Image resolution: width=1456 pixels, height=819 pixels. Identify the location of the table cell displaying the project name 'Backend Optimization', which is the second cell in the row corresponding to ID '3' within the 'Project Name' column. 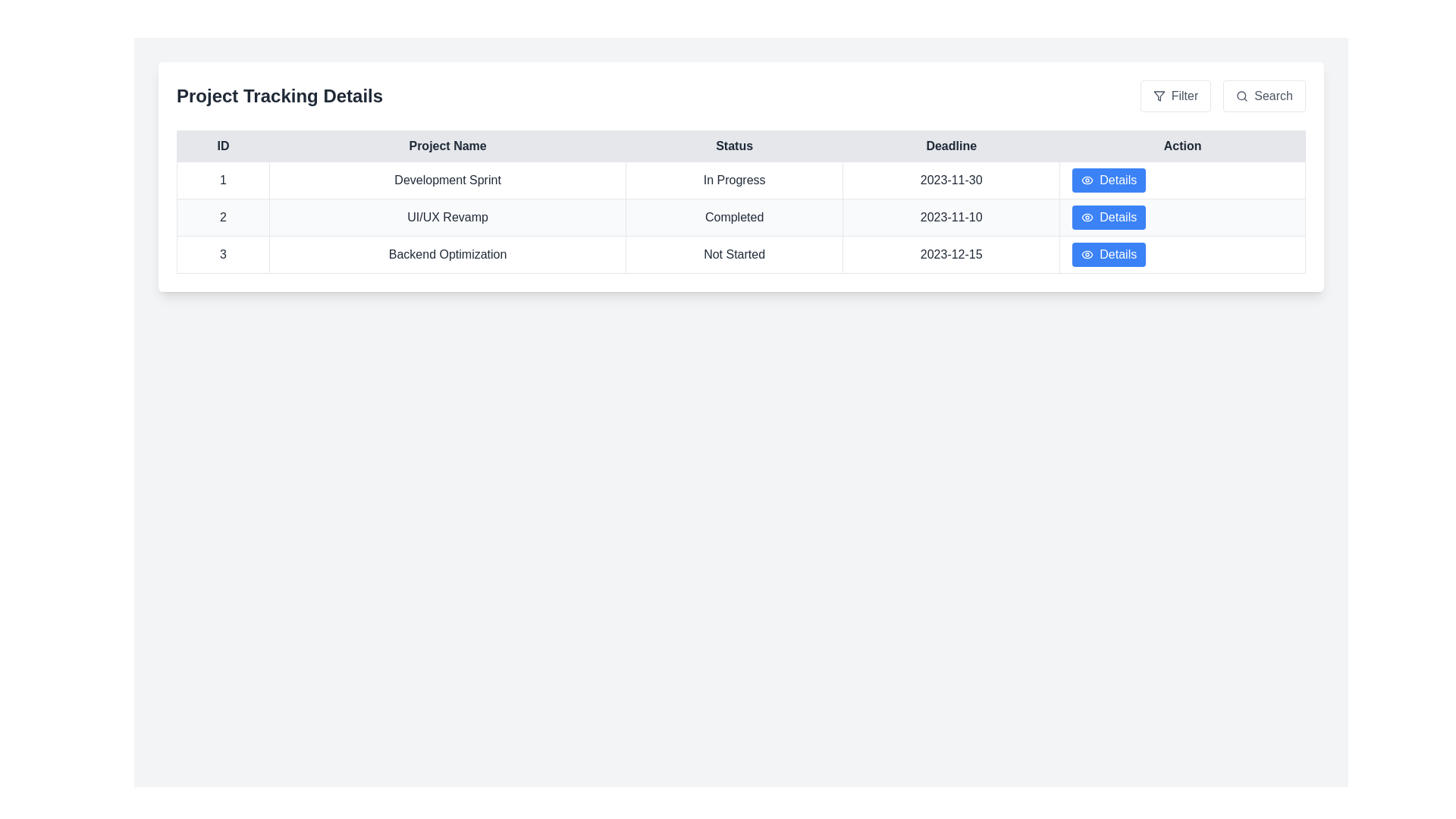
(447, 253).